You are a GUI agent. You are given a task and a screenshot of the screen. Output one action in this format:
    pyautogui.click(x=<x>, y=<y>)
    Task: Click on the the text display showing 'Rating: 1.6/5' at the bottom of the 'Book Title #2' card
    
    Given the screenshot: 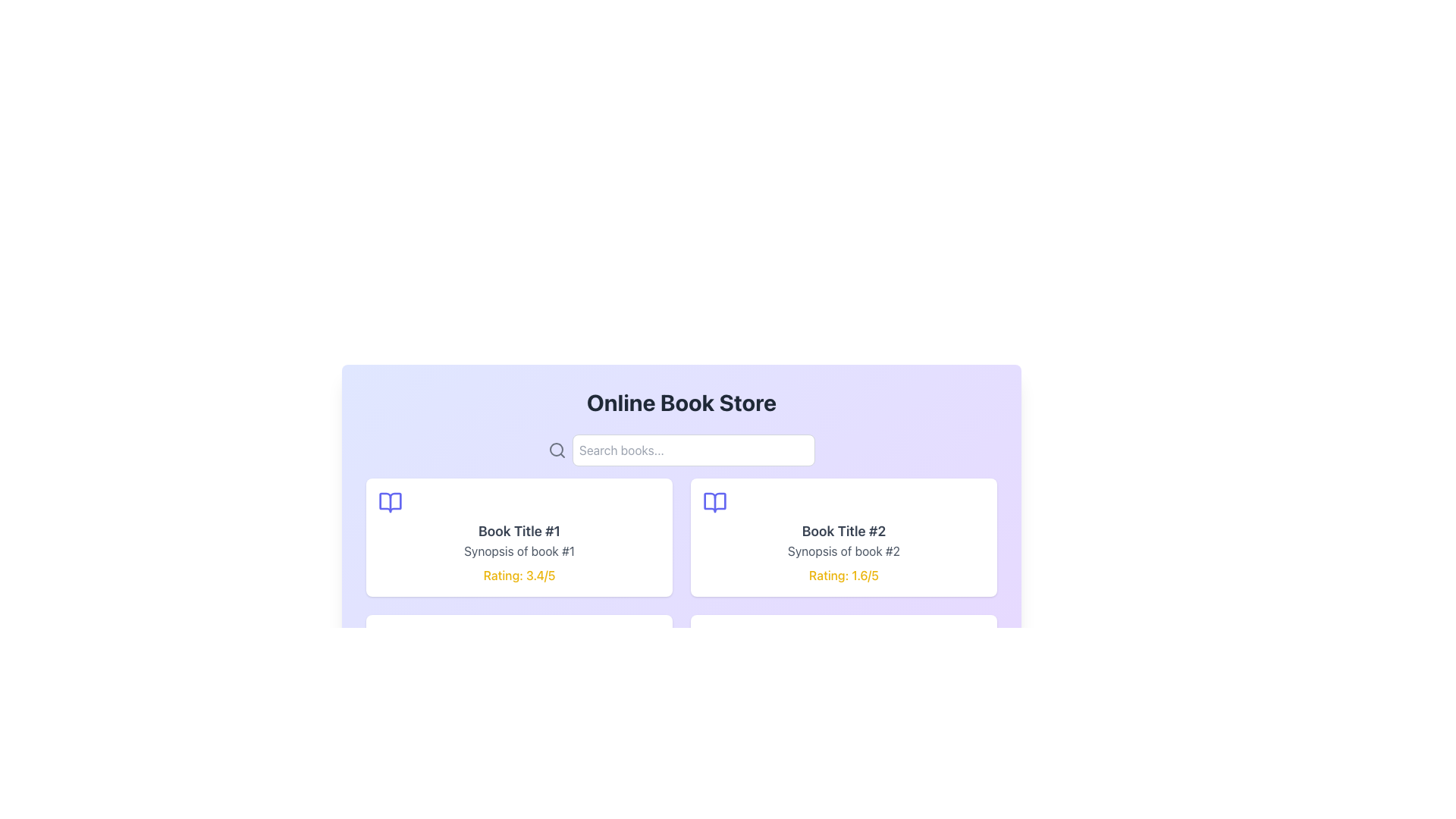 What is the action you would take?
    pyautogui.click(x=843, y=576)
    